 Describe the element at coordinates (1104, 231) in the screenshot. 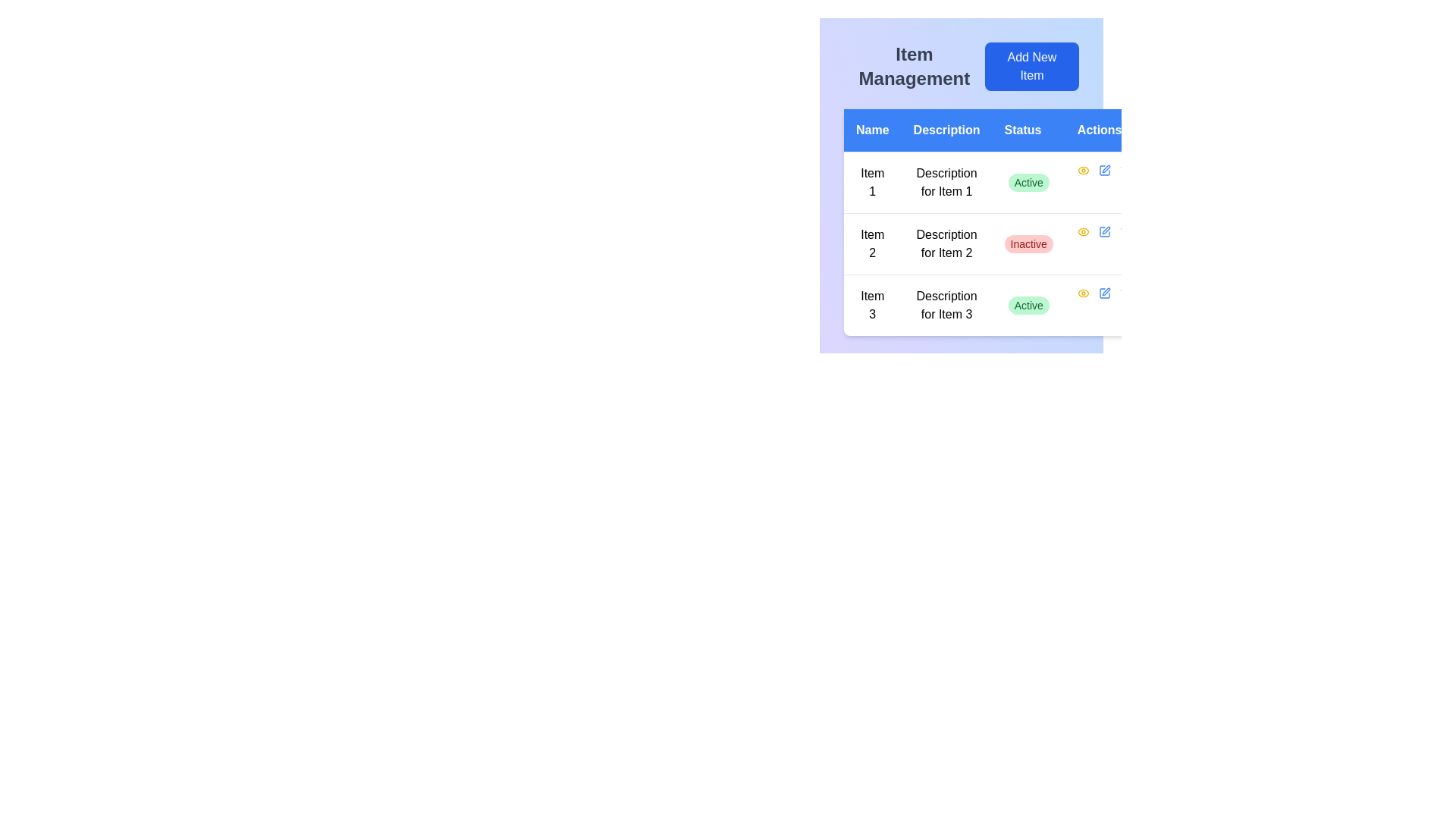

I see `the blue pen icon in the Actions column of the second row to initiate editing Item 2` at that location.